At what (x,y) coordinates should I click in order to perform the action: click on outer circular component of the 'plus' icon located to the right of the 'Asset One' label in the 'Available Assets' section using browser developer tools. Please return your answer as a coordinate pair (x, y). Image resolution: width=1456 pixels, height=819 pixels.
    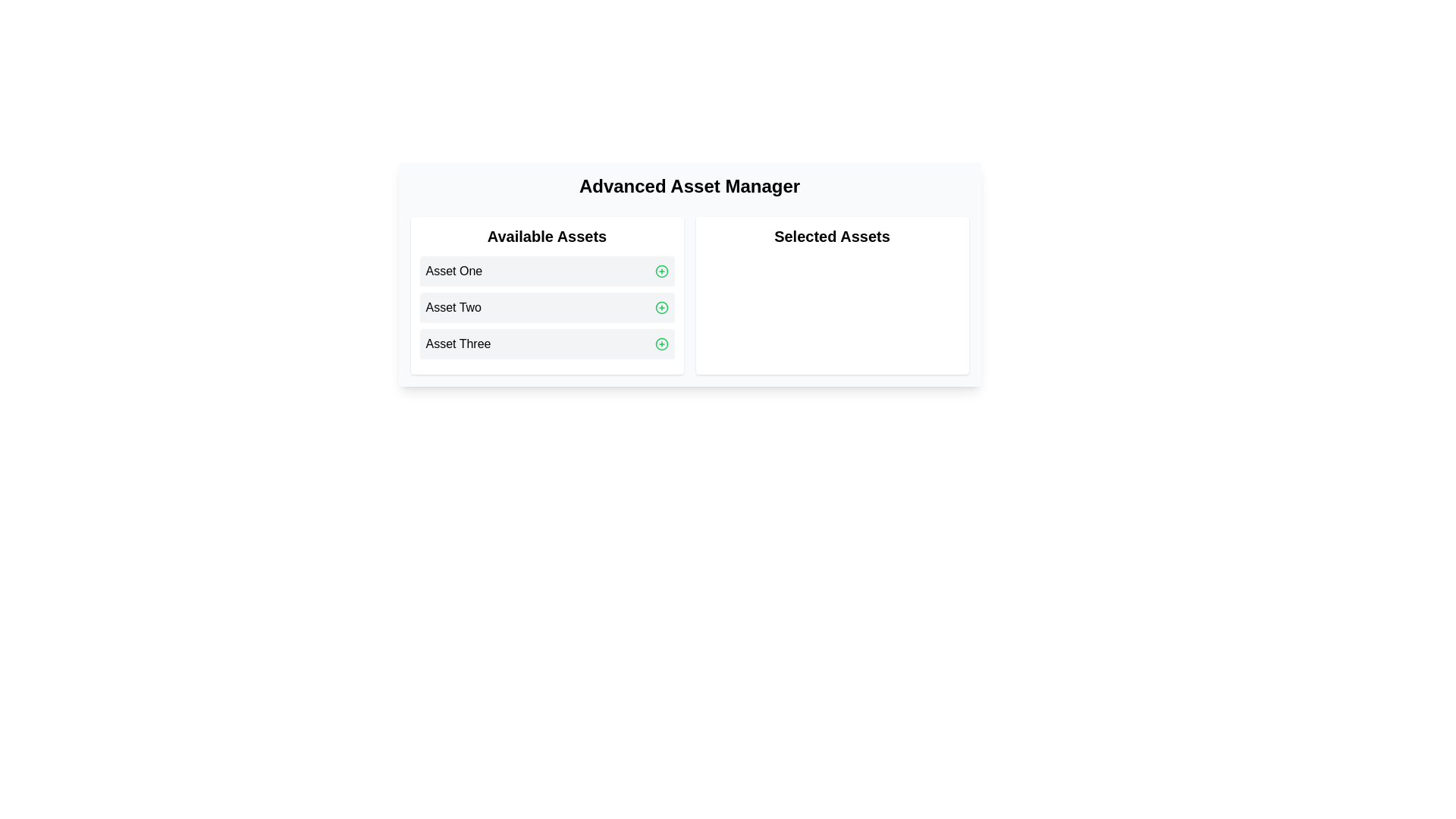
    Looking at the image, I should click on (661, 271).